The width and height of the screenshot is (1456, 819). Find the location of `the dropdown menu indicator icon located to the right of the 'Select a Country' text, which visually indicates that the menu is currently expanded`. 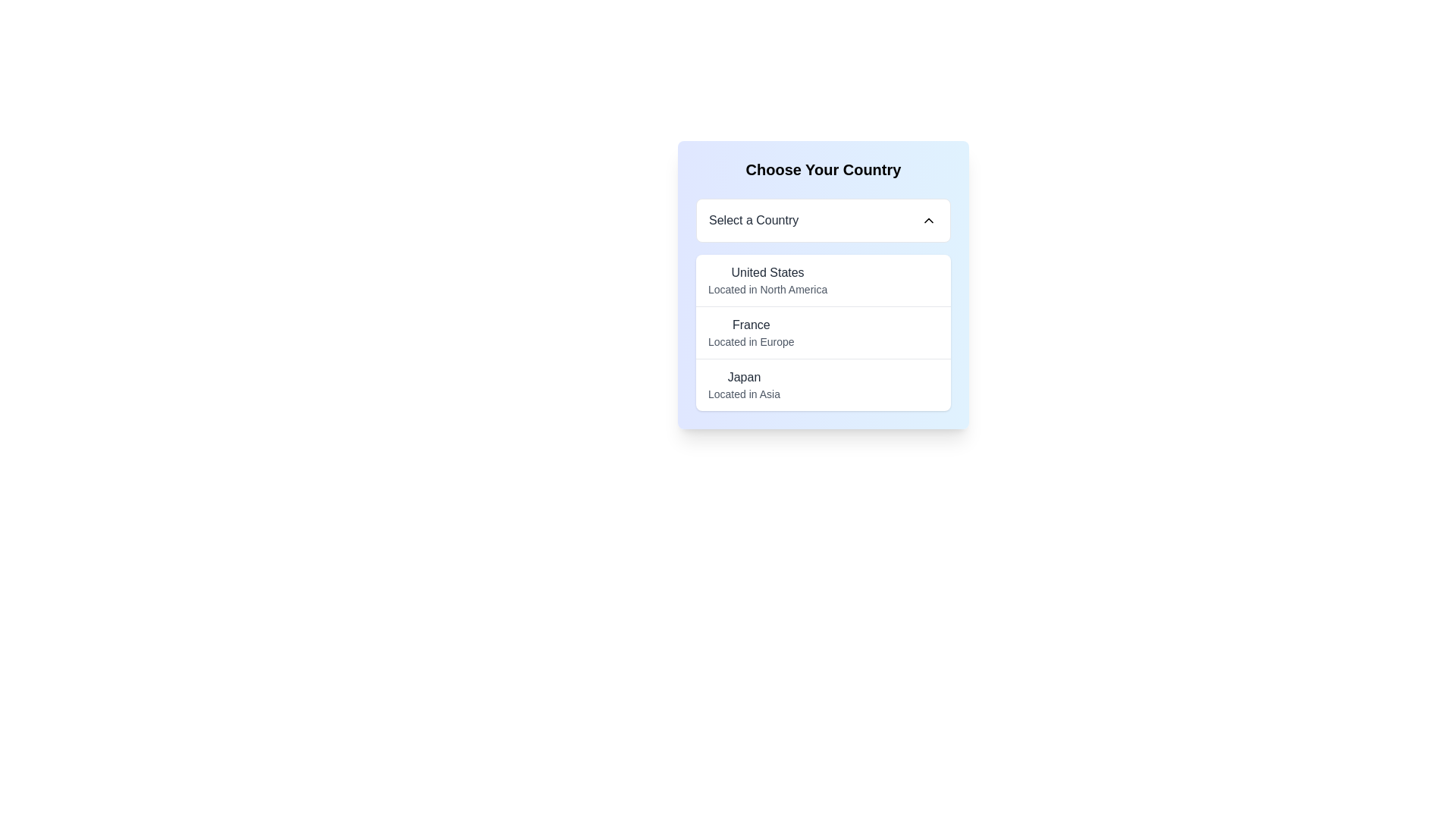

the dropdown menu indicator icon located to the right of the 'Select a Country' text, which visually indicates that the menu is currently expanded is located at coordinates (927, 220).